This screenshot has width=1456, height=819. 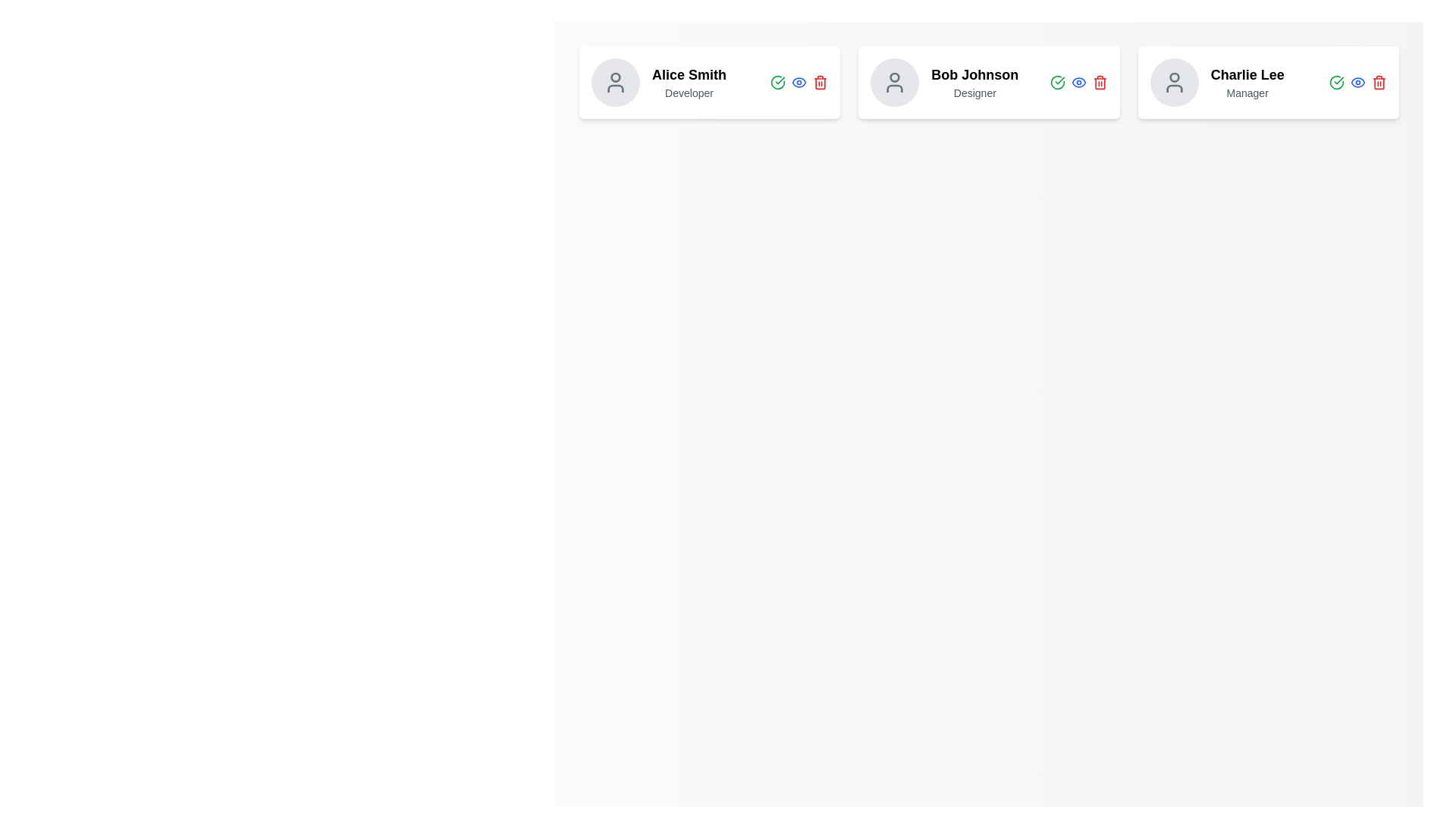 I want to click on the icon group representing actions associated with 'Charlie Lee, Manager' located in the upper-right corner of the card, so click(x=1357, y=82).